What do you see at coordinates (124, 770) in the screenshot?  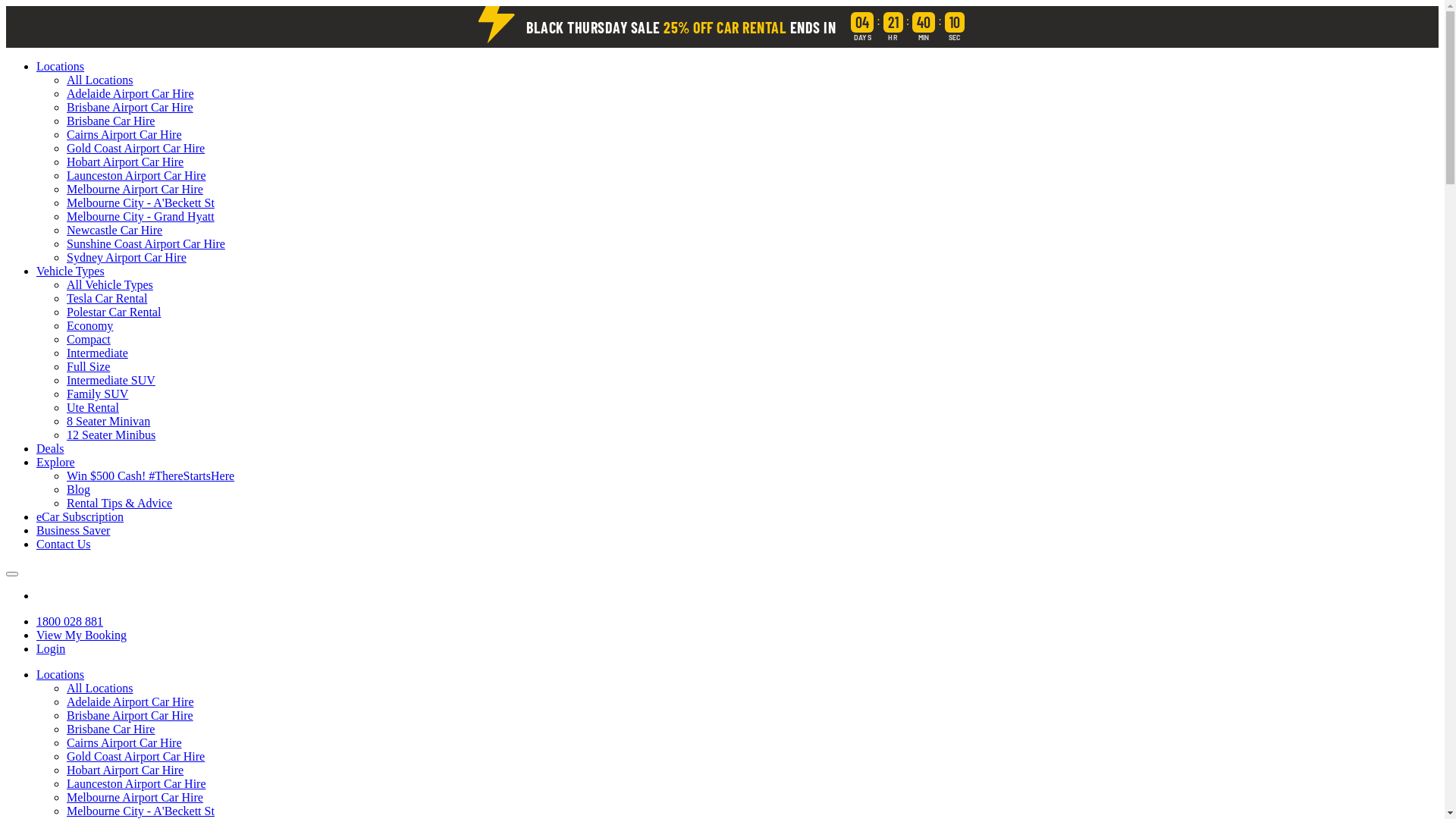 I see `'Hobart Airport Car Hire'` at bounding box center [124, 770].